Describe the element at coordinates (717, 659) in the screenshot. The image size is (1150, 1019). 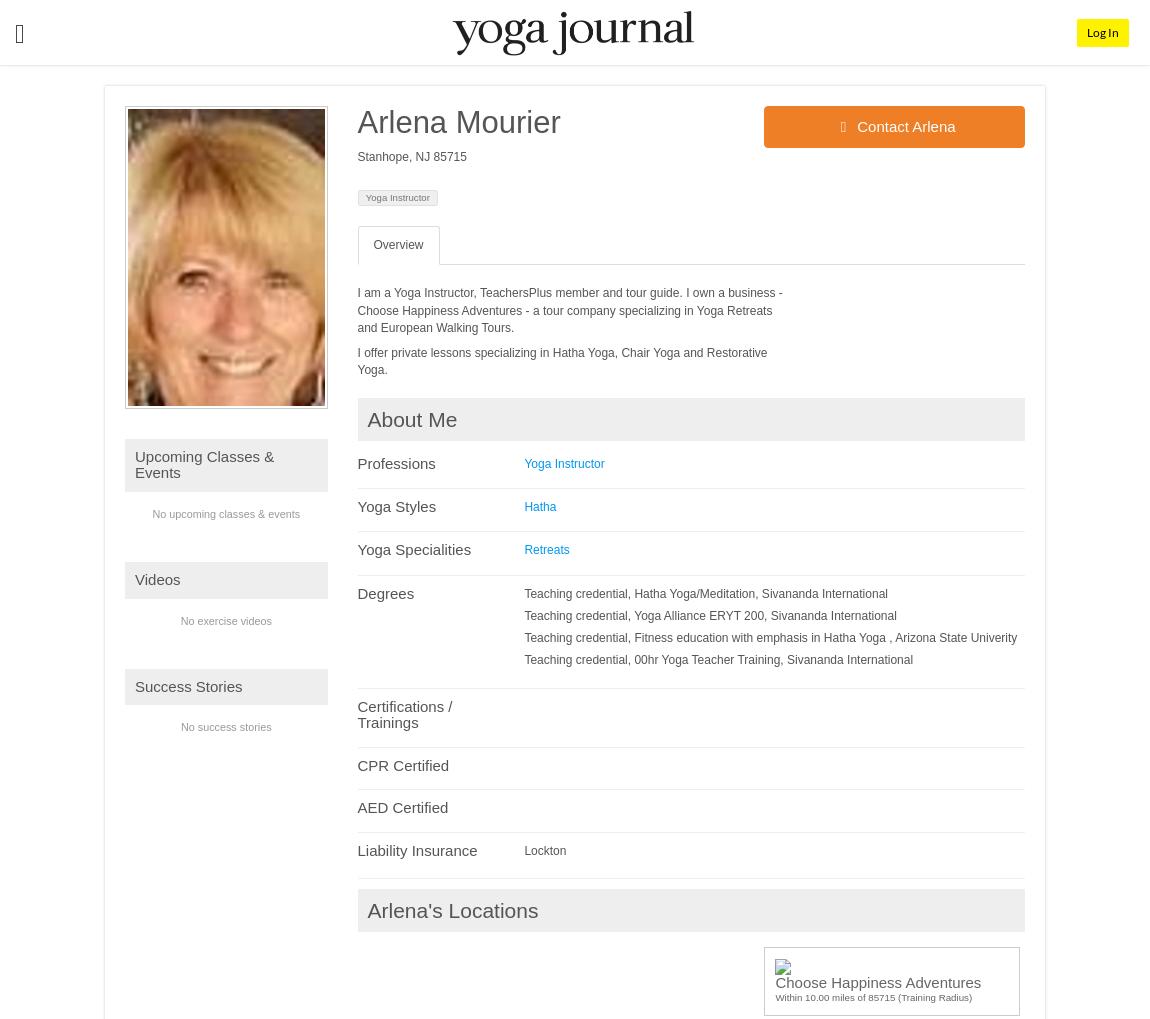
I see `'Teaching credential, 00hr Yoga Teacher Training, Sivananda International'` at that location.